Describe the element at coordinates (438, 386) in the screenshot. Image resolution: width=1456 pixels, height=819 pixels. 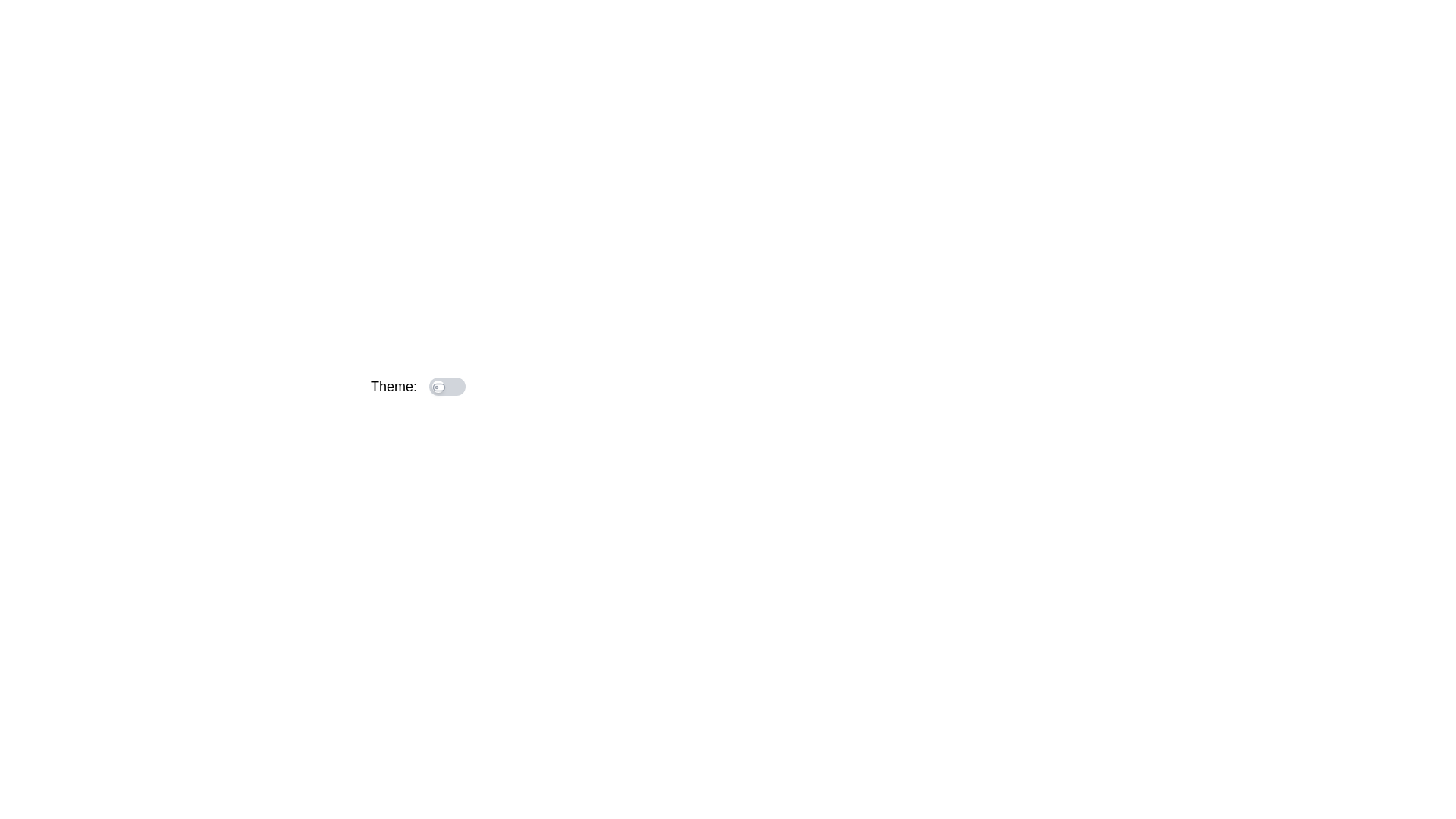
I see `the SVG/Icon representing the left or inactive state of the toggle switch in the toggle control interface` at that location.